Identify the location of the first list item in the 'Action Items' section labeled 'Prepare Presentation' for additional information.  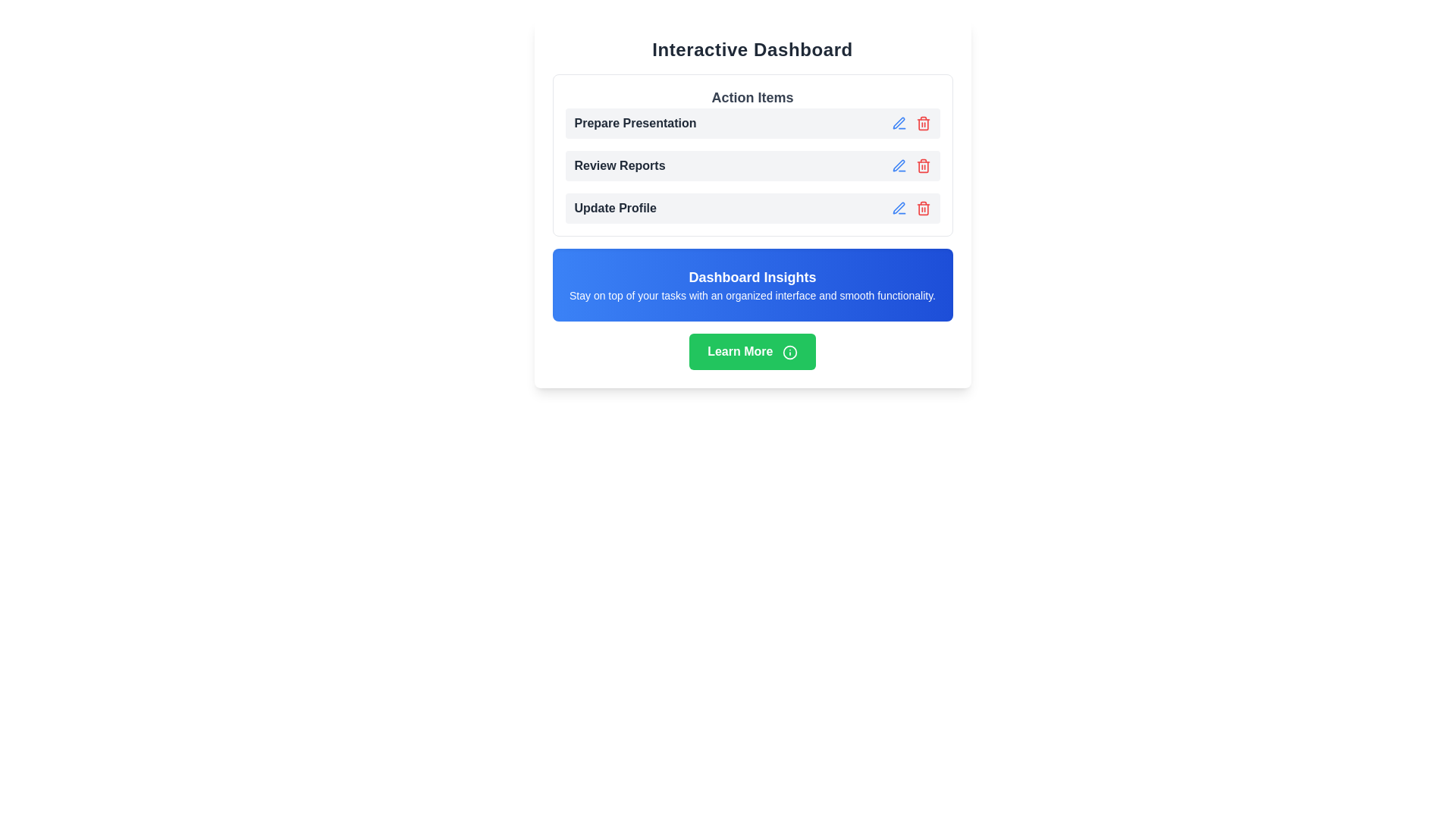
(752, 122).